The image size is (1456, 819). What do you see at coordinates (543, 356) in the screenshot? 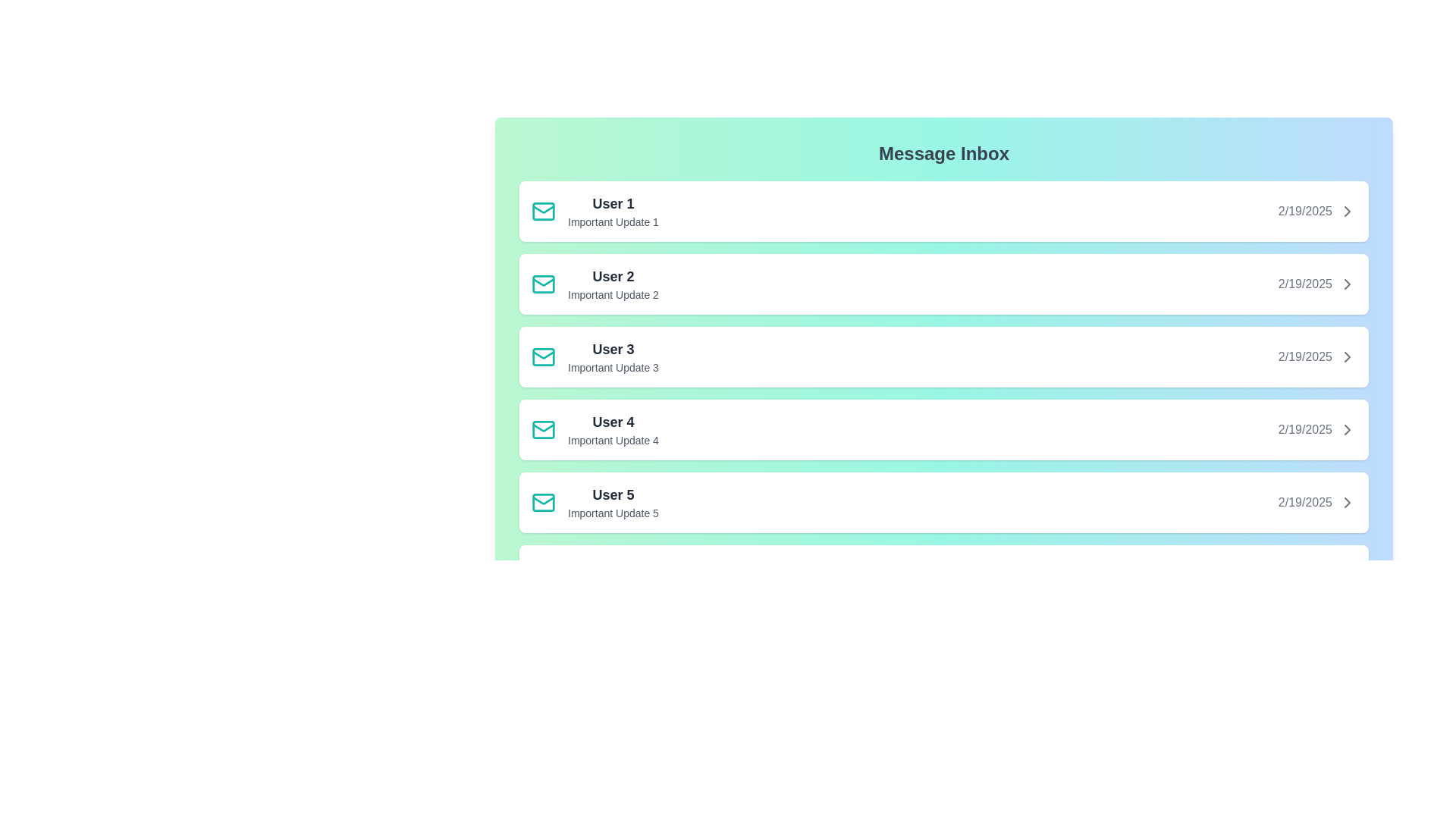
I see `icon next to the message from User 3 to perform an action` at bounding box center [543, 356].